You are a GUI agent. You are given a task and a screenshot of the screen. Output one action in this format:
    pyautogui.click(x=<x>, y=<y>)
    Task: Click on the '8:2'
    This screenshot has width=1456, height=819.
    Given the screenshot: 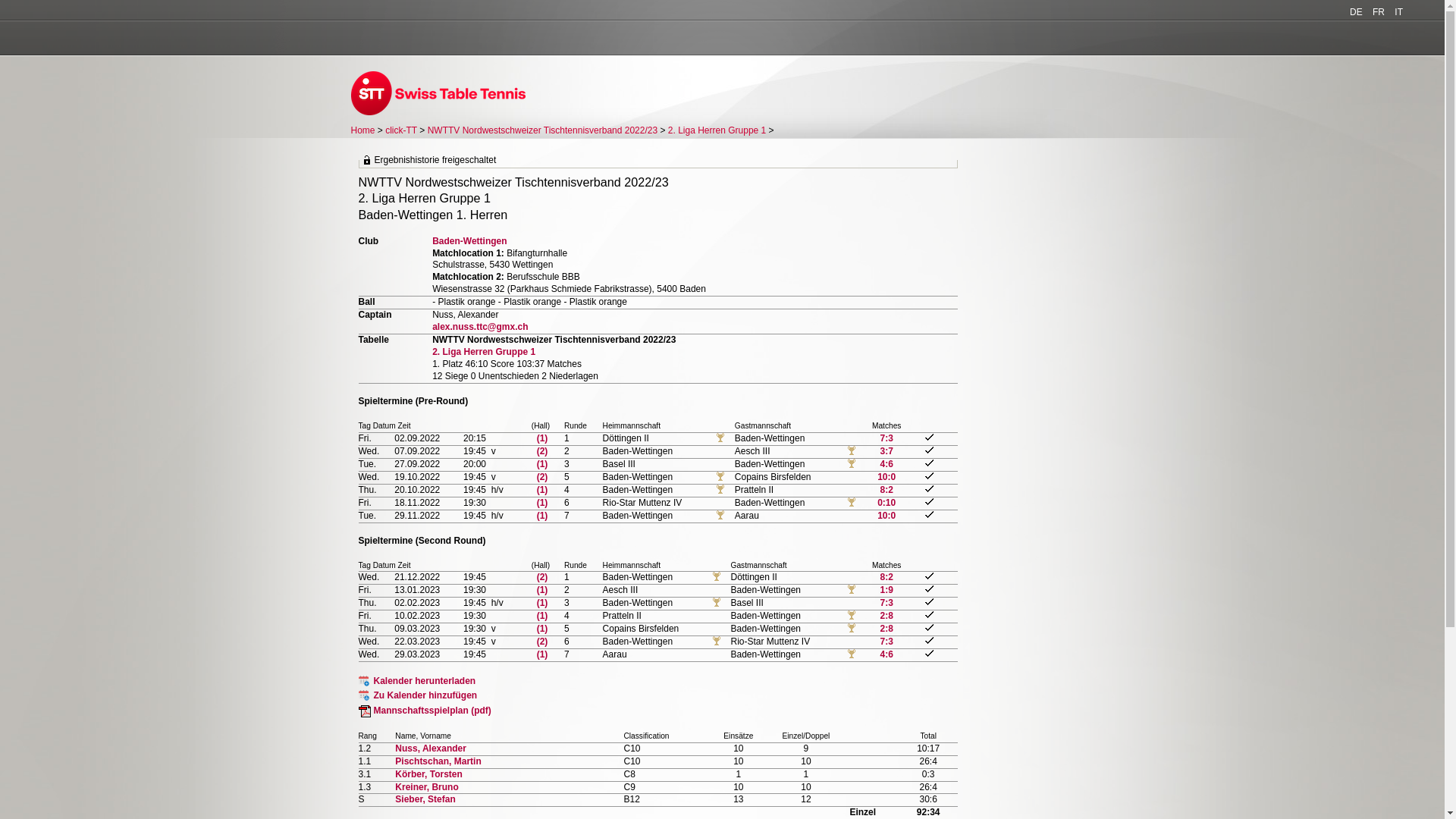 What is the action you would take?
    pyautogui.click(x=880, y=576)
    